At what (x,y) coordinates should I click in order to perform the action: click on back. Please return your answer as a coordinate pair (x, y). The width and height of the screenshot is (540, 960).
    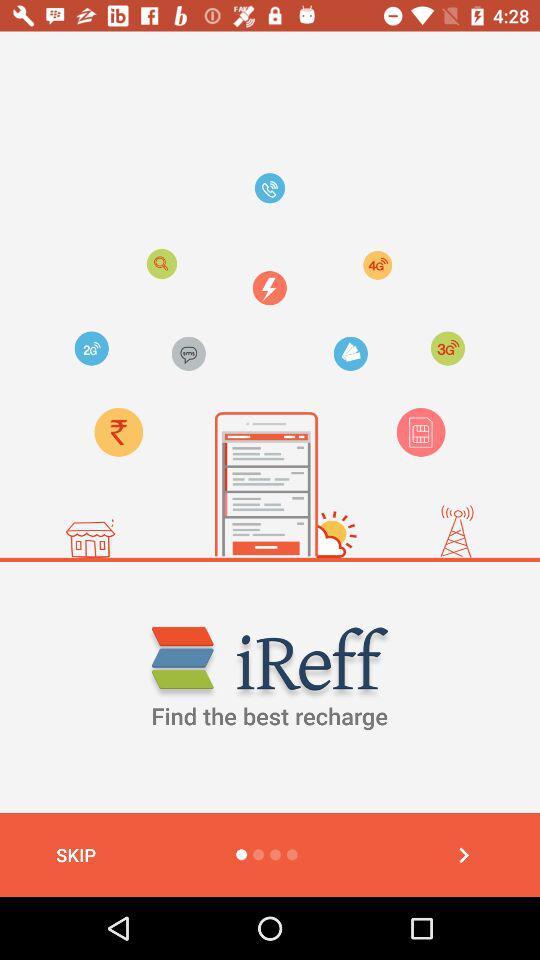
    Looking at the image, I should click on (463, 854).